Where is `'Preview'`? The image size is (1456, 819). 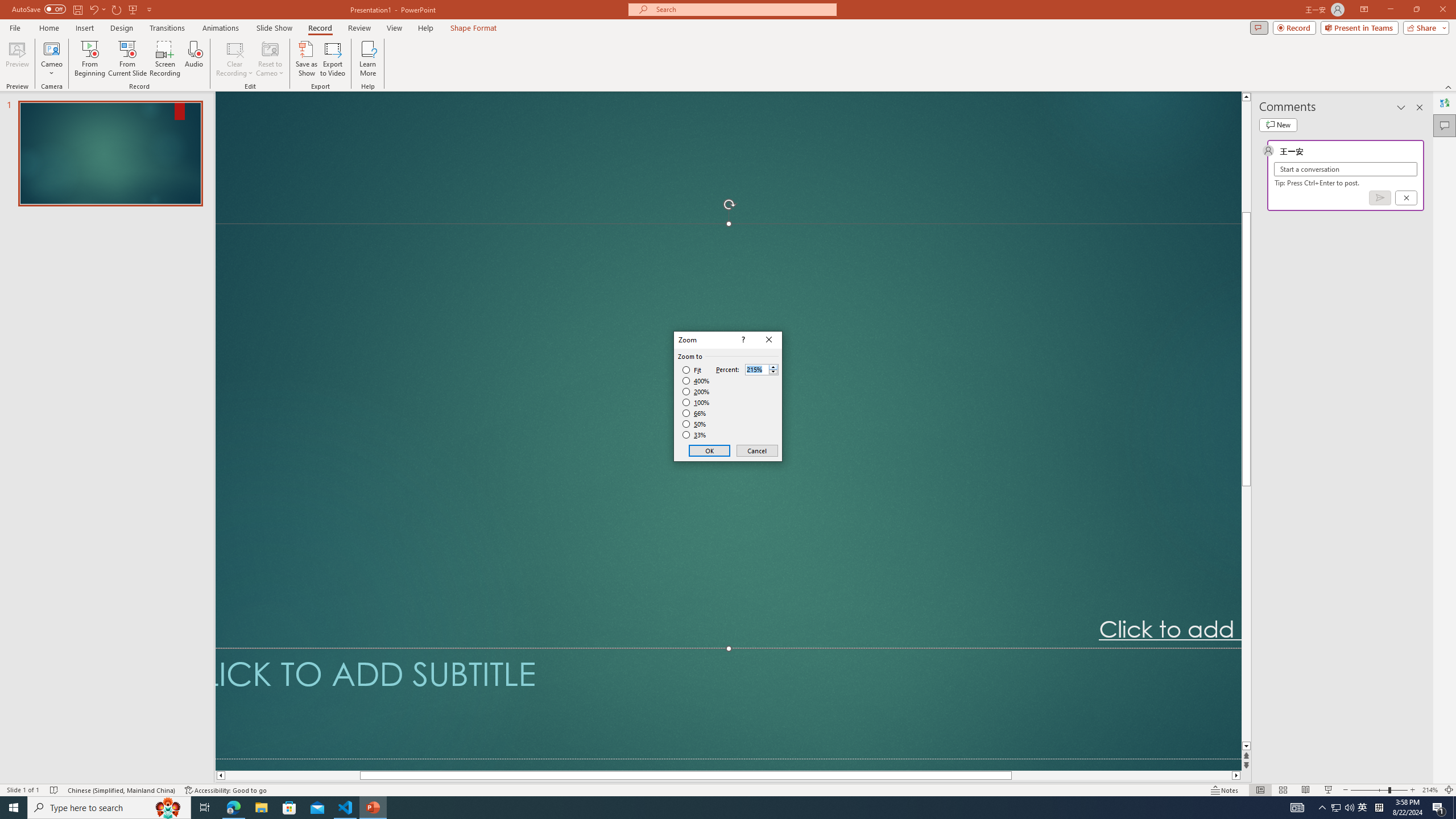
'Preview' is located at coordinates (16, 59).